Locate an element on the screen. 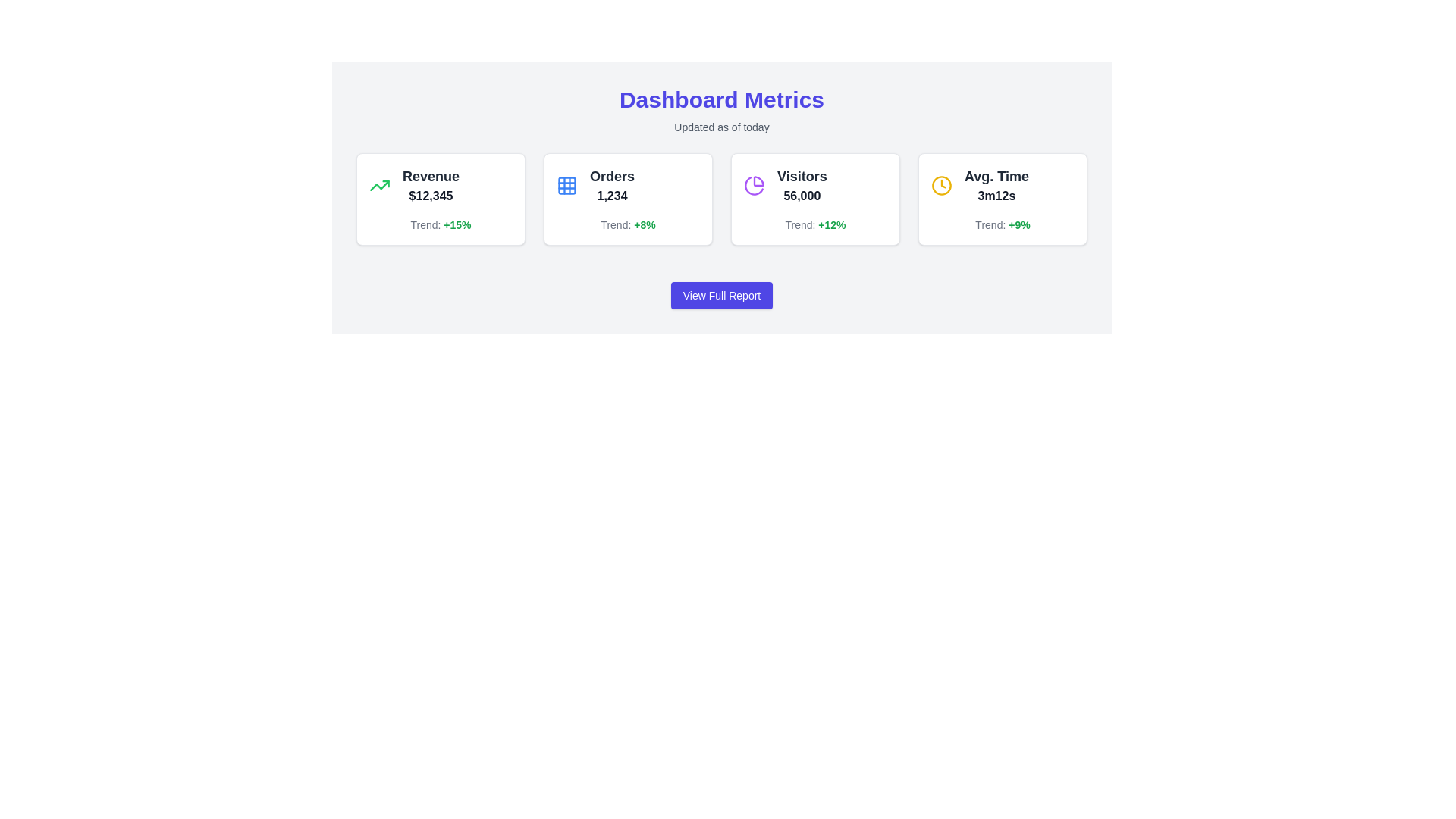 The height and width of the screenshot is (819, 1456). the 'Orders' text display element, which shows the label 'Orders' in bold and the value '1,234' in a smaller bold font, located in the second card of a dashboard layout is located at coordinates (612, 185).